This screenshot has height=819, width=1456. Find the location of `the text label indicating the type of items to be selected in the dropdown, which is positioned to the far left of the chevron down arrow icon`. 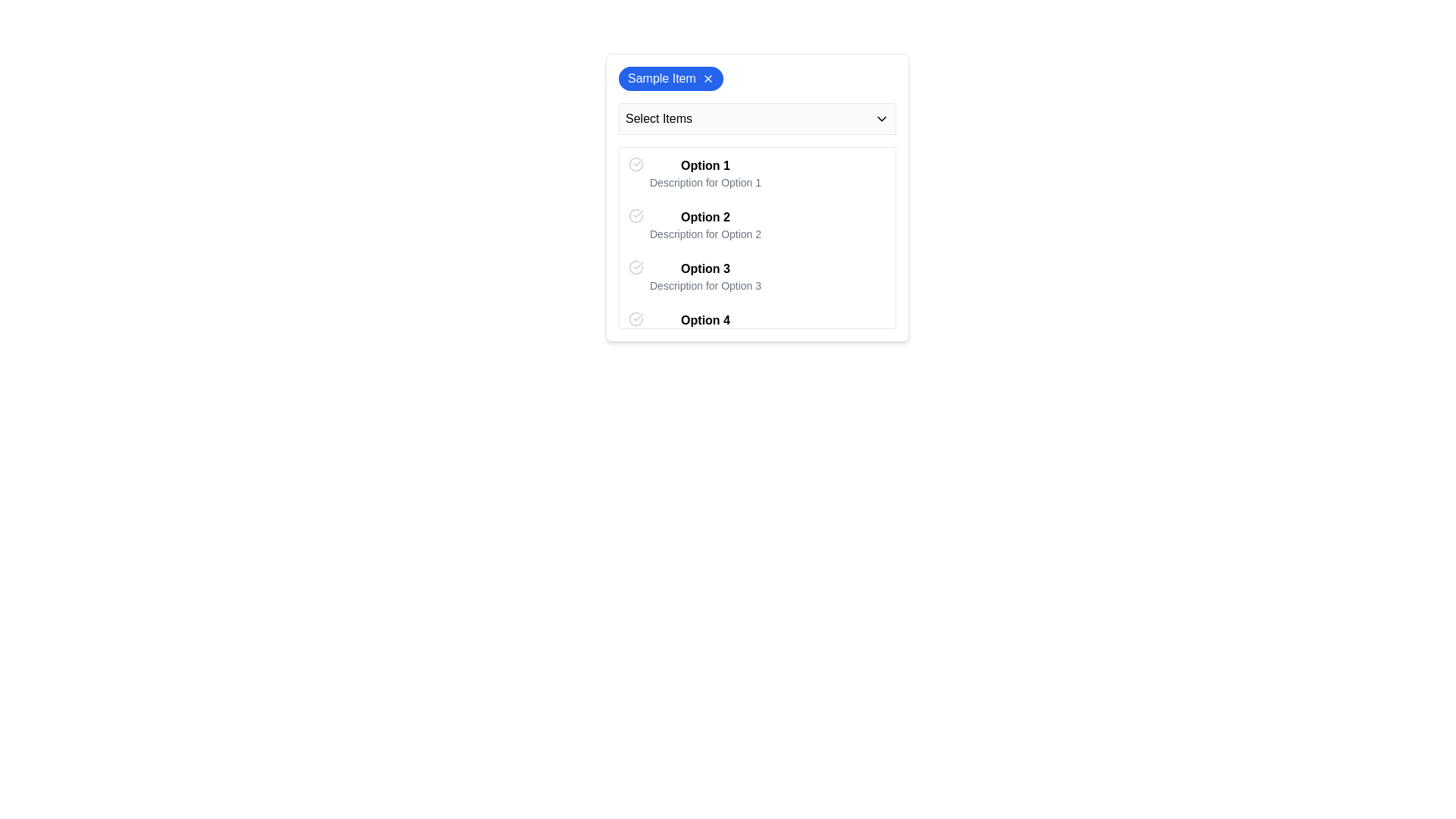

the text label indicating the type of items to be selected in the dropdown, which is positioned to the far left of the chevron down arrow icon is located at coordinates (658, 118).